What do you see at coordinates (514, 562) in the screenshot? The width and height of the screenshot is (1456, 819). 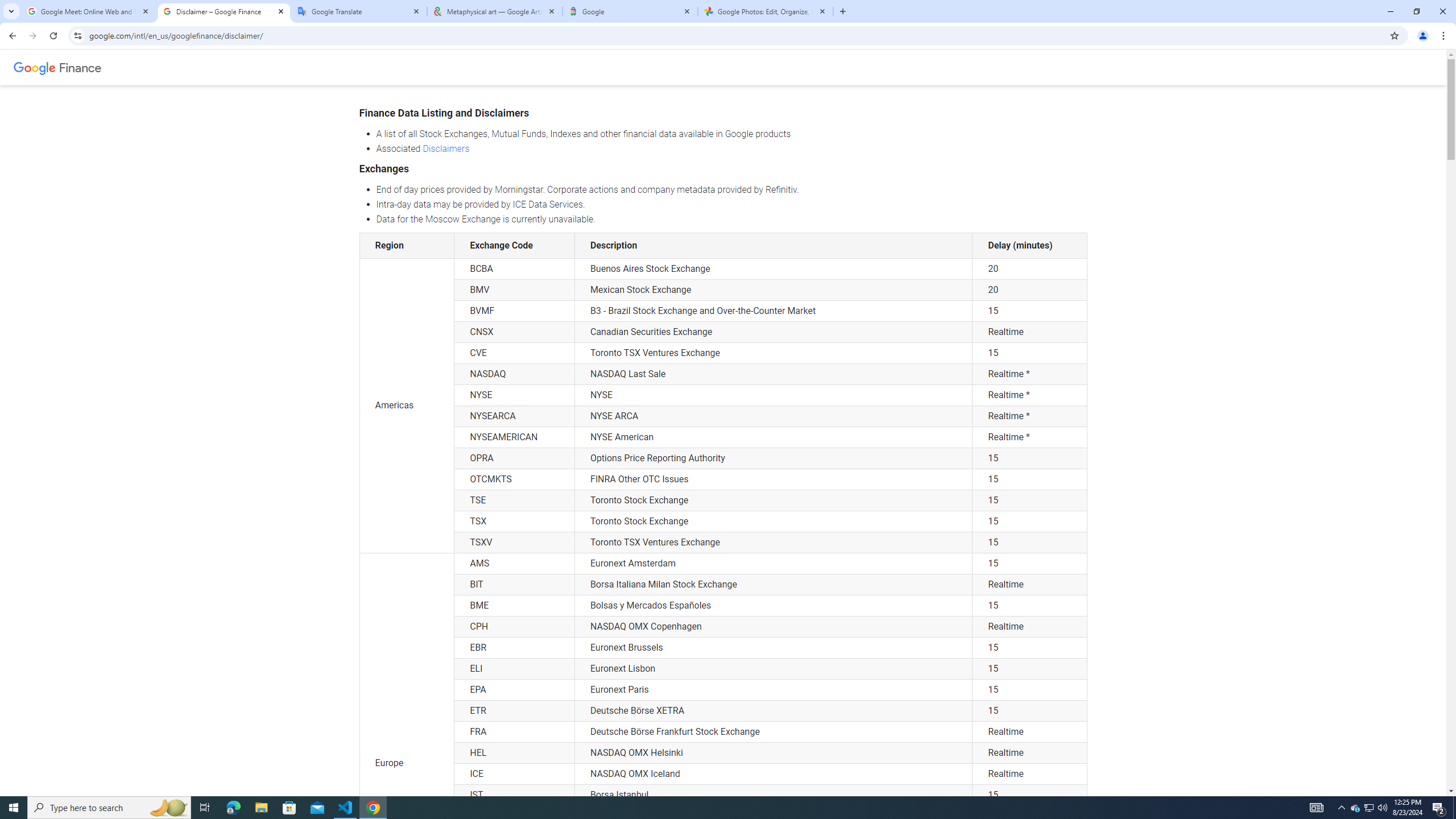 I see `'AMS'` at bounding box center [514, 562].